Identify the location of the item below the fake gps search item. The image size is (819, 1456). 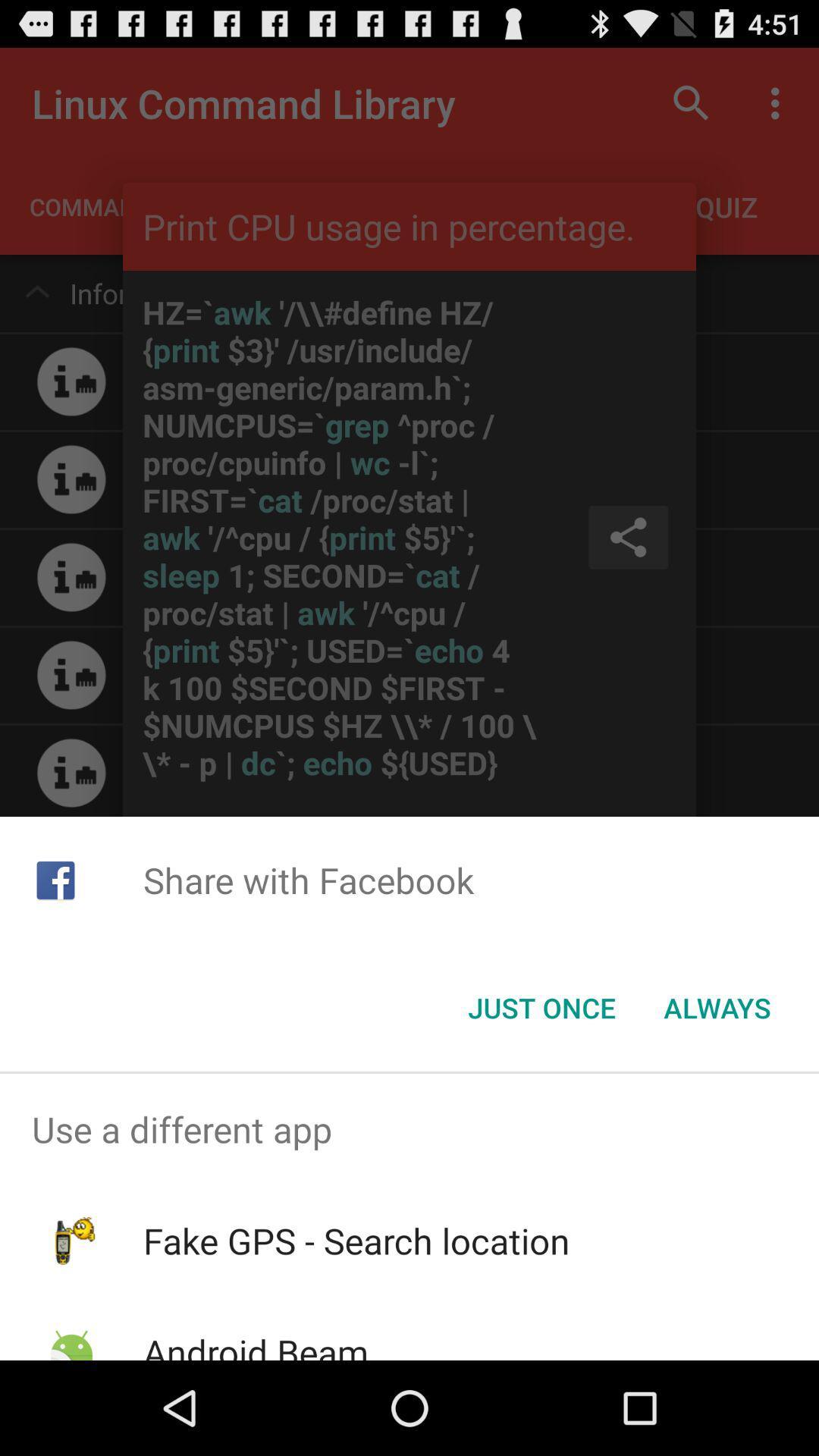
(255, 1344).